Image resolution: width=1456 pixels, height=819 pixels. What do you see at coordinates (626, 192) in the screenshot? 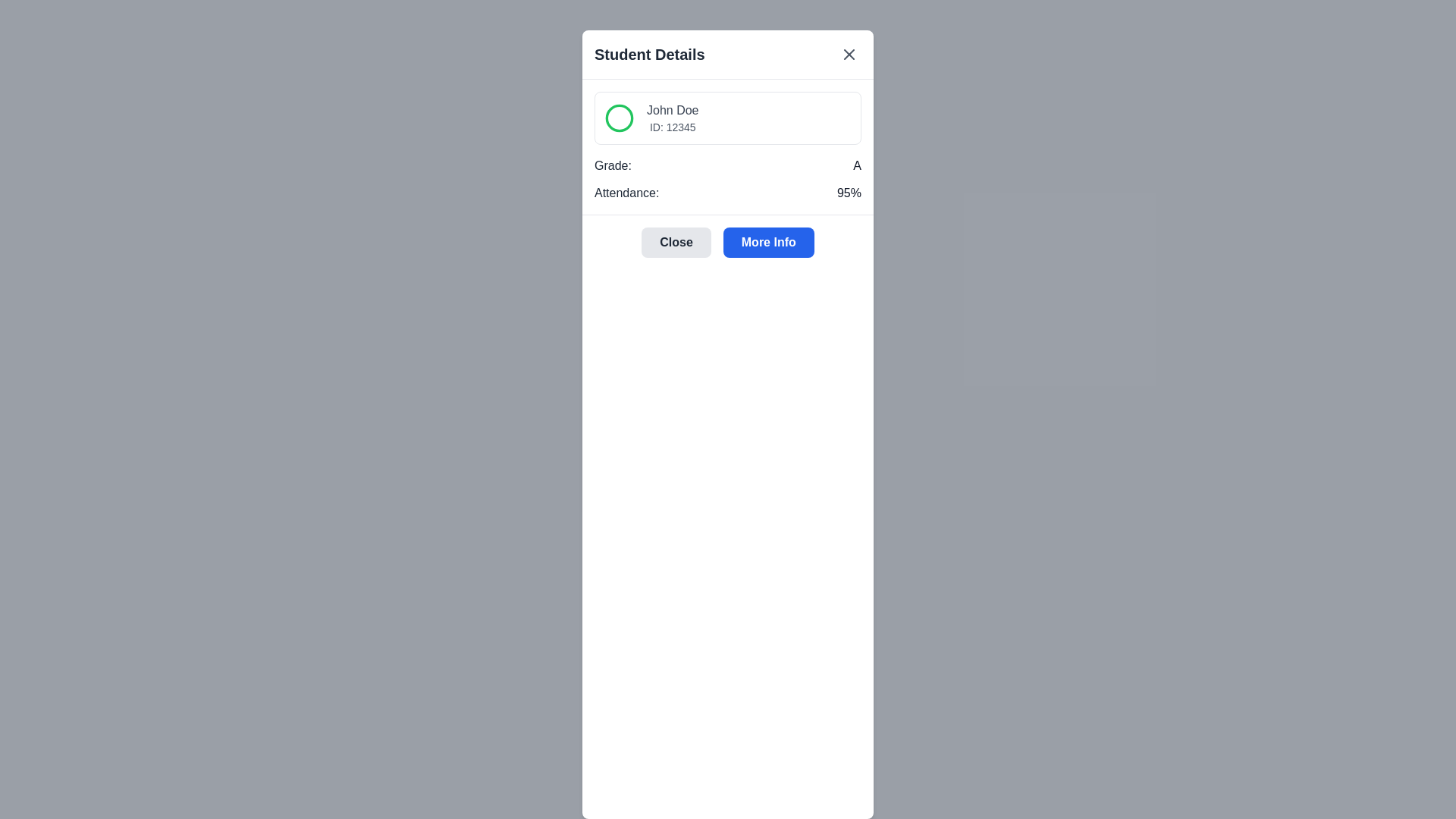
I see `the text label reading 'Attendance:' styled with a gray font color, located in the modal window titled 'Student Details', positioned to the left of '95%'` at bounding box center [626, 192].